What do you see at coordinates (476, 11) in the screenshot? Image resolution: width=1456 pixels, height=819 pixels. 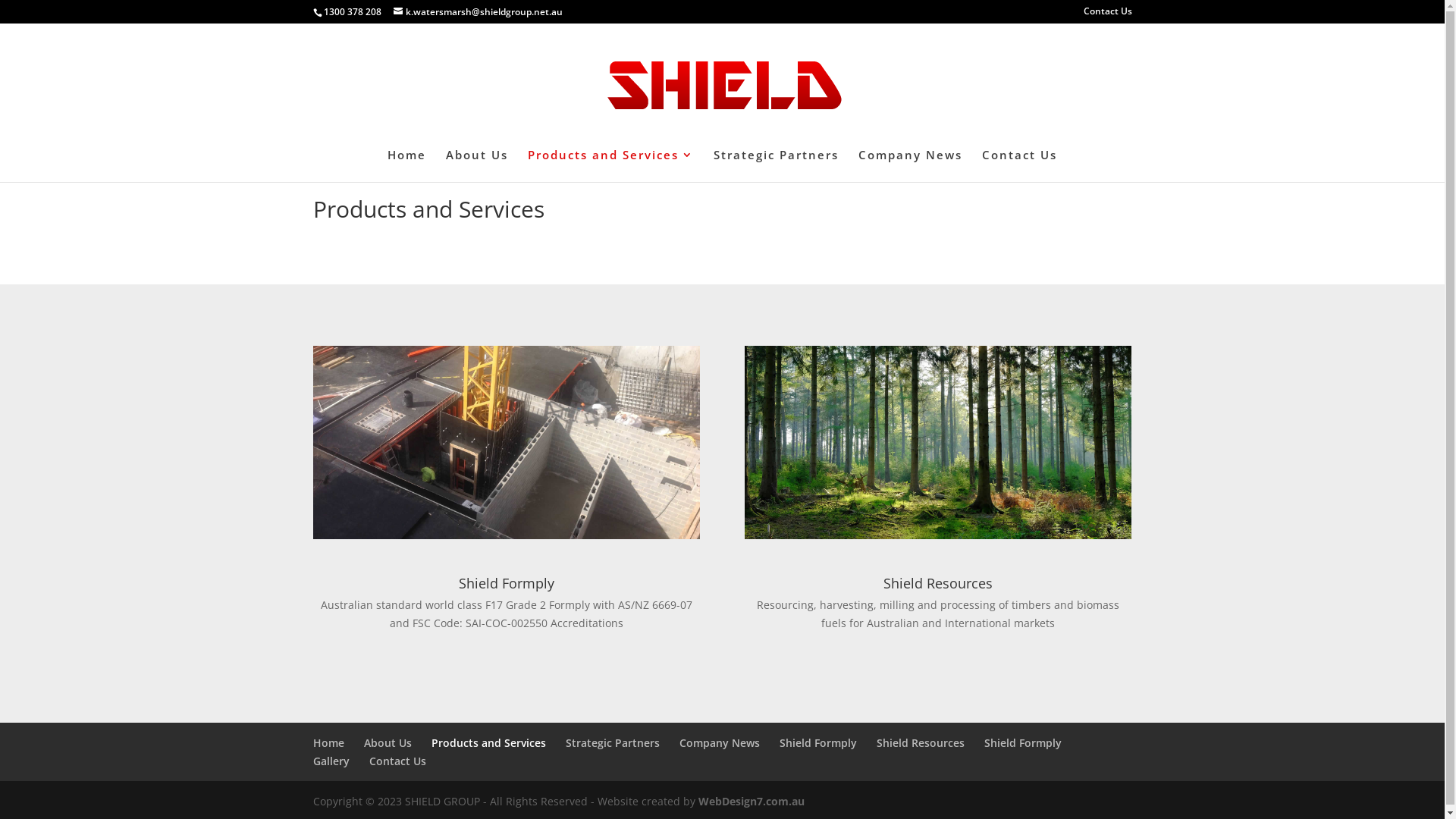 I see `'k.watersmarsh@shieldgroup.net.au'` at bounding box center [476, 11].